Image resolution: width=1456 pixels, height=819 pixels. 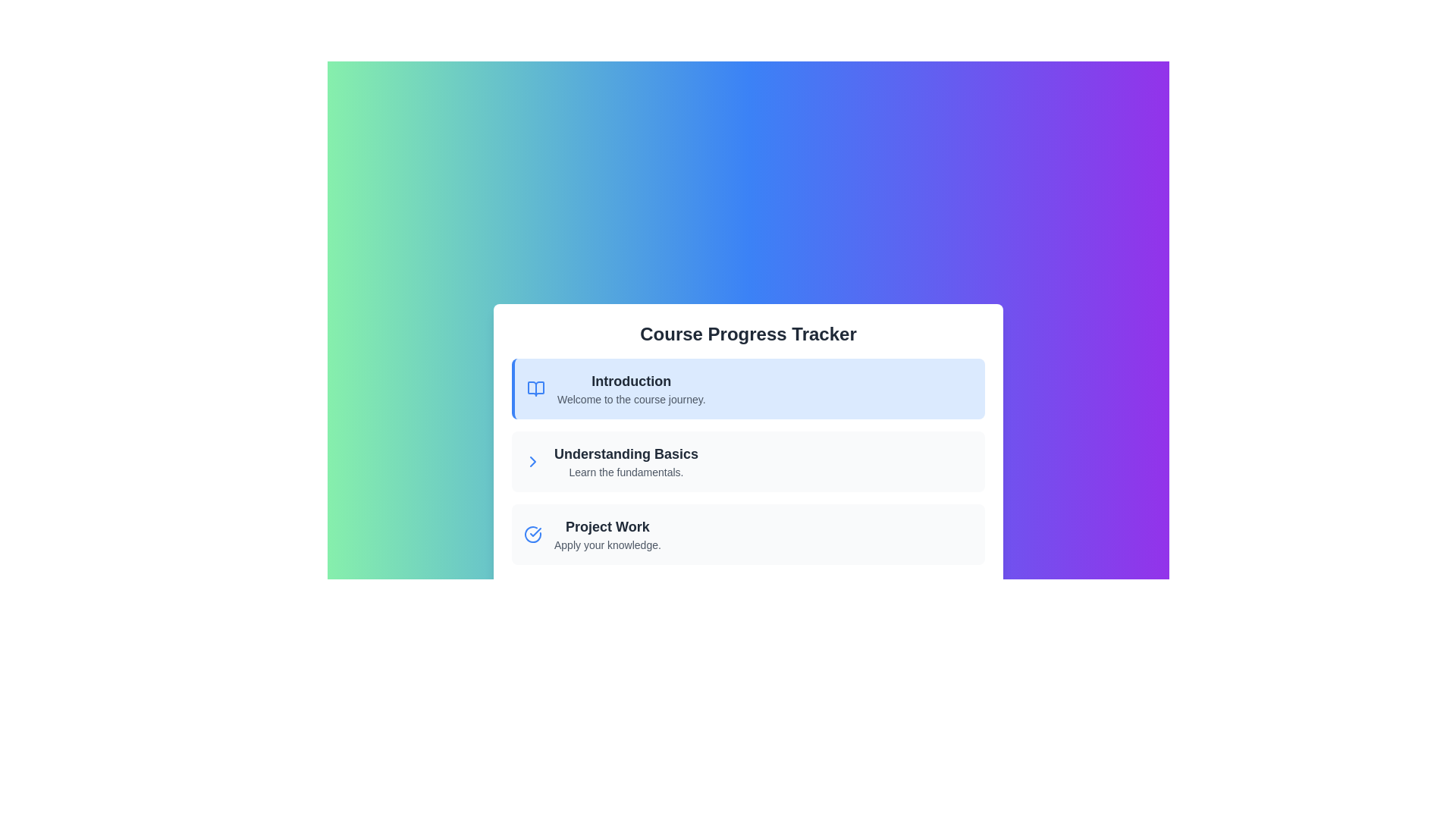 What do you see at coordinates (631, 380) in the screenshot?
I see `the bold text label that reads 'Introduction', which is styled with a large font size and dark gray color, located in the first row of a list of course sections` at bounding box center [631, 380].